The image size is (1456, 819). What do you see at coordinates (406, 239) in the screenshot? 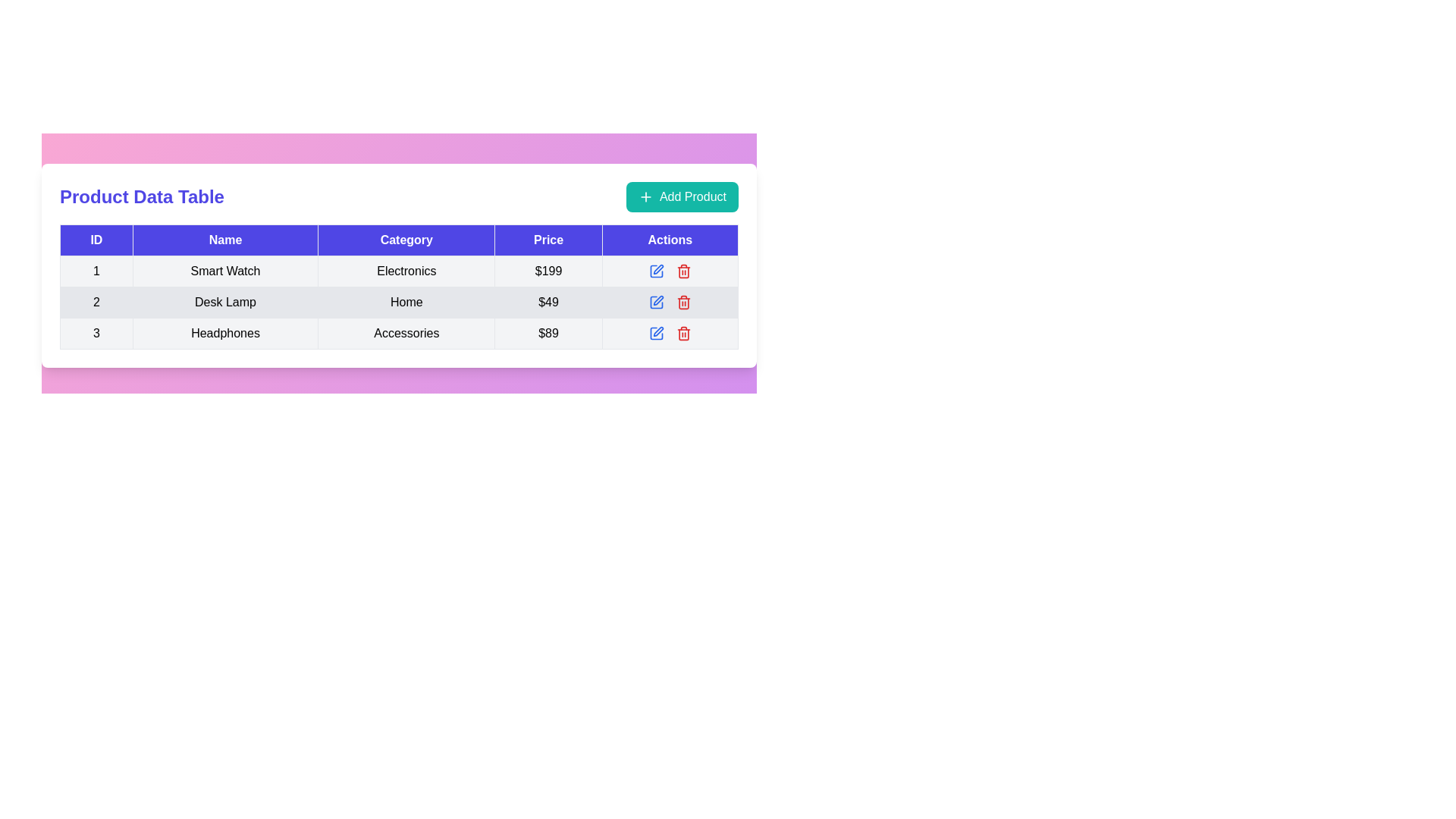
I see `the 'Category' table header, which is a rectangular button-like component with a blue background and white text` at bounding box center [406, 239].